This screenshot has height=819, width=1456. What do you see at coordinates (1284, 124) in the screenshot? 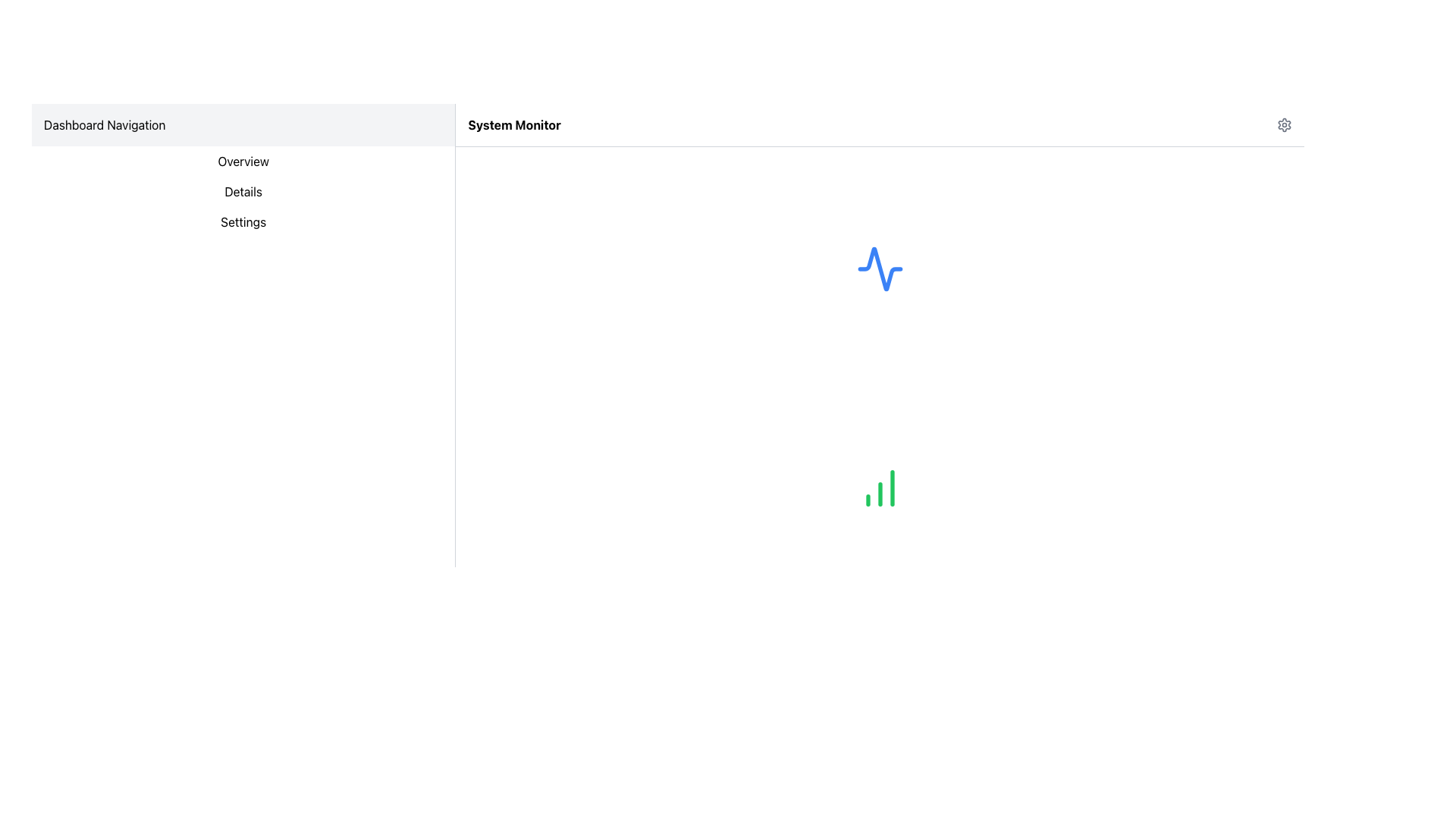
I see `the settings icon located in the top right corner of the interface` at bounding box center [1284, 124].